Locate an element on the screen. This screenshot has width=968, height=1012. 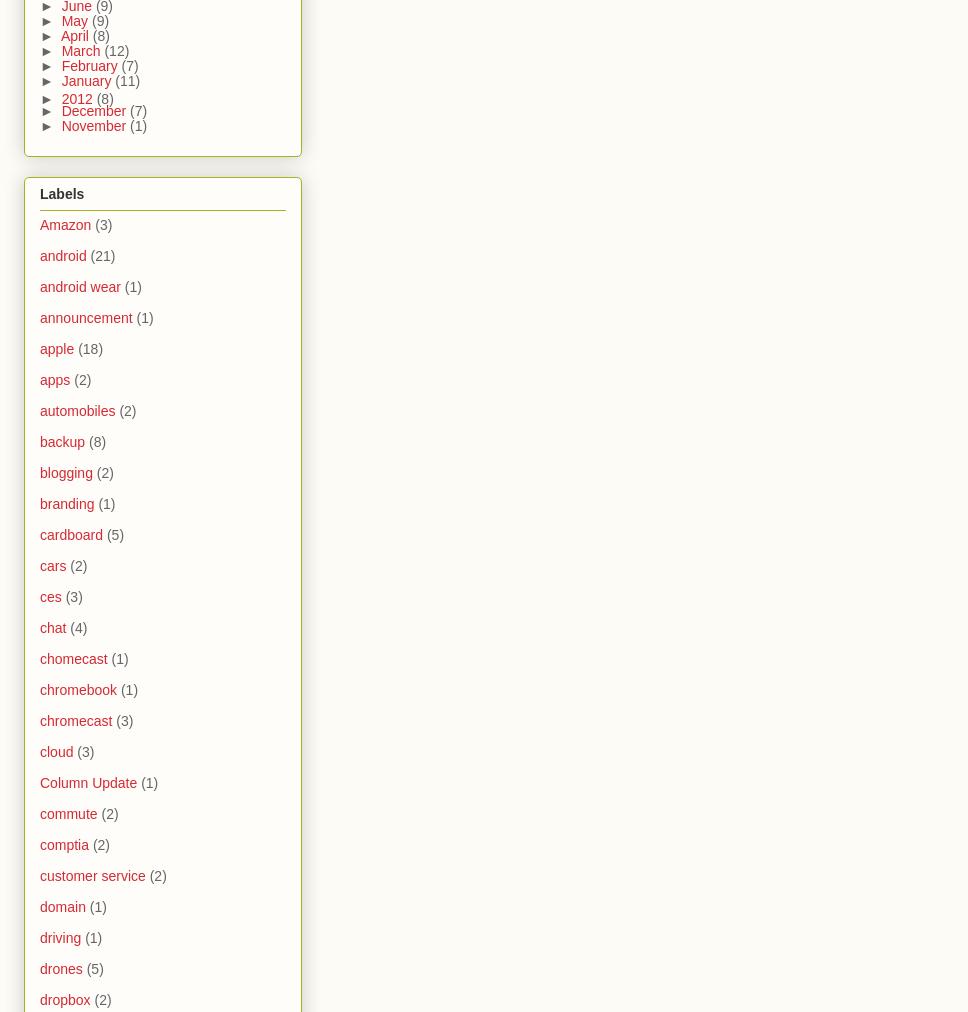
'apps' is located at coordinates (53, 380).